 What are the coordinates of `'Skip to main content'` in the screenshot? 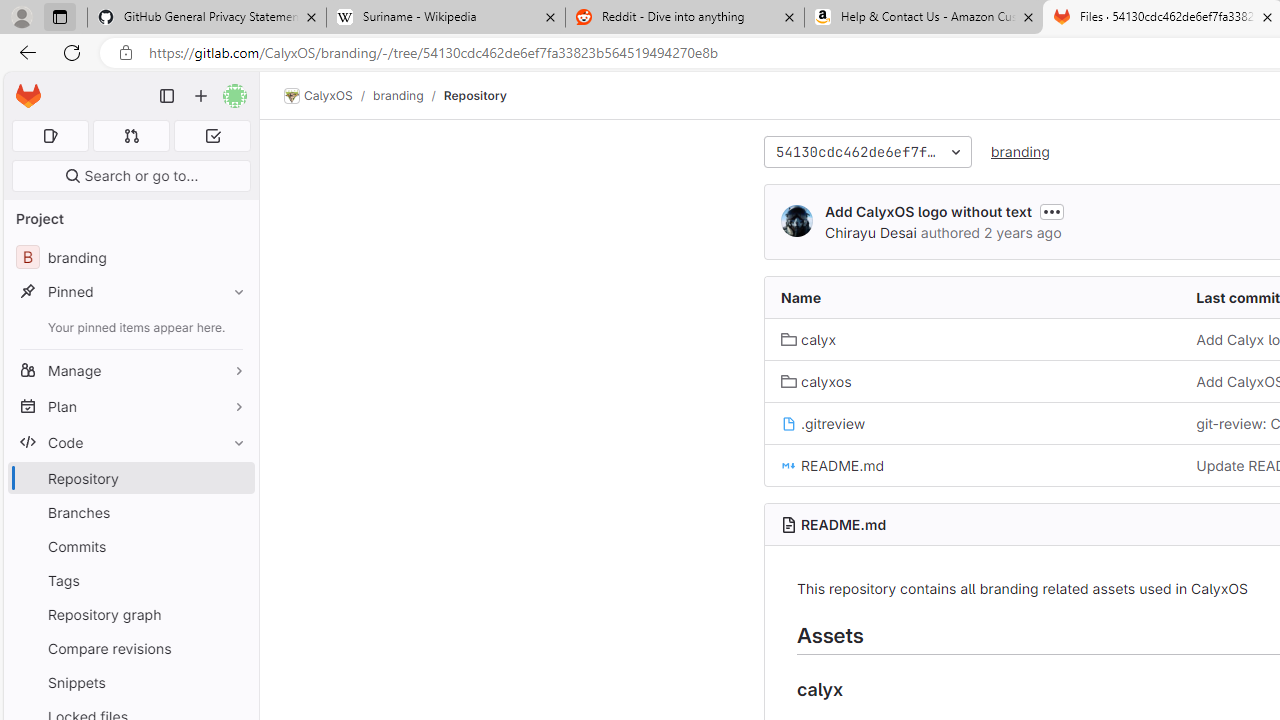 It's located at (23, 86).